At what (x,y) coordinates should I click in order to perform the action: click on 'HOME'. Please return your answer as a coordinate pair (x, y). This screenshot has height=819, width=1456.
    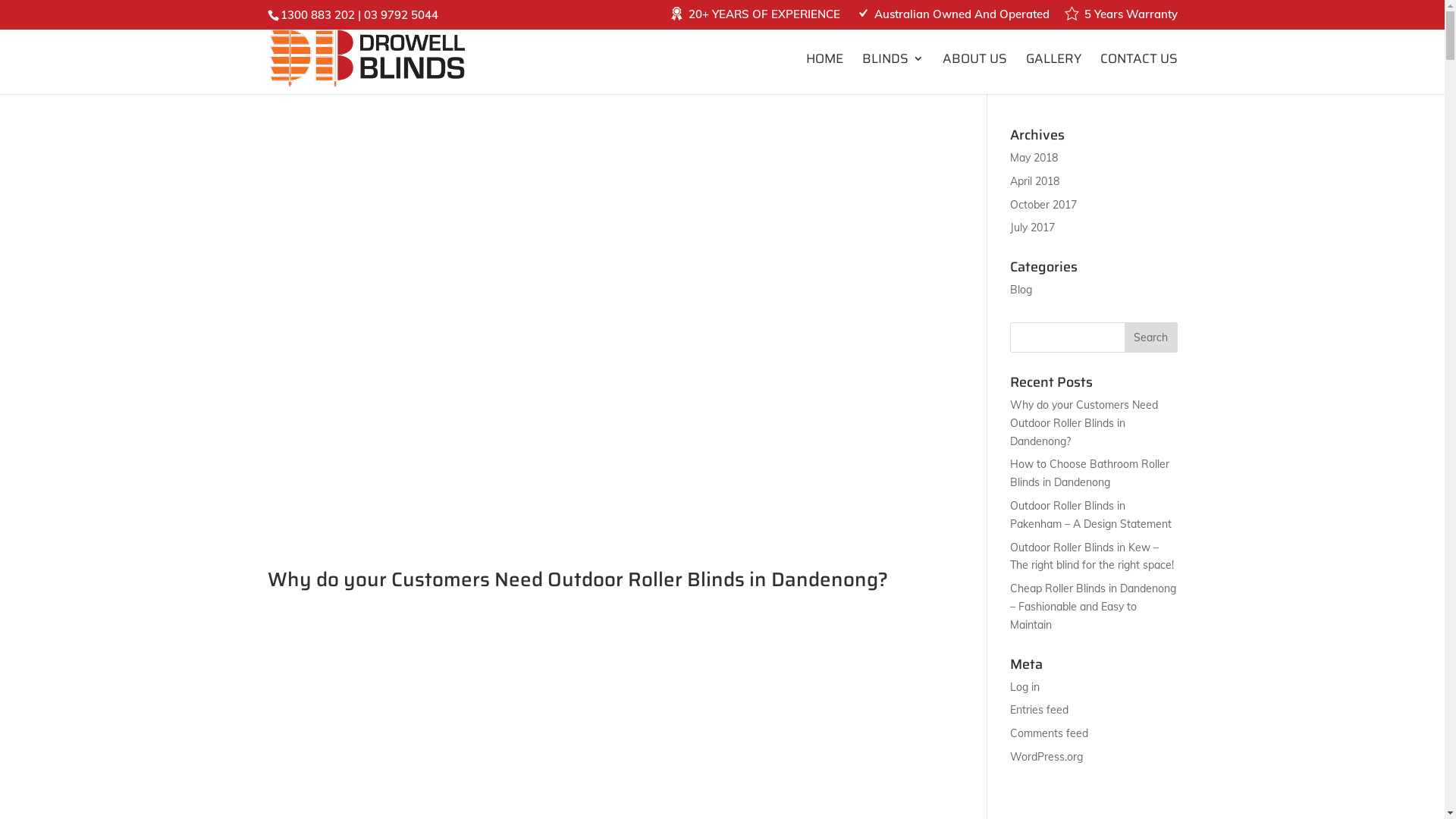
    Looking at the image, I should click on (823, 73).